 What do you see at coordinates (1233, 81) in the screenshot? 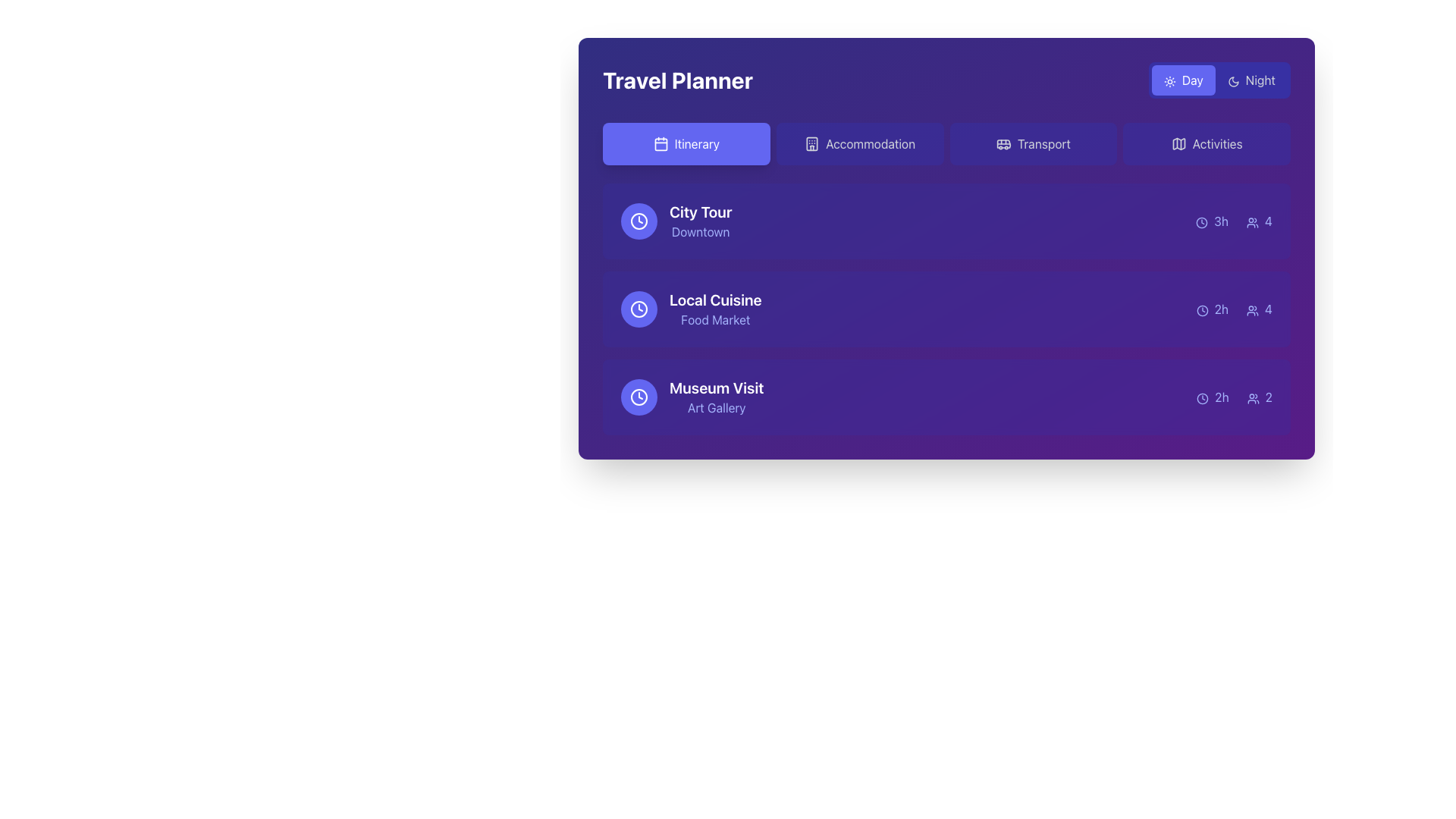
I see `the night mode icon located inside the rectangular button labeled 'Night' in the top-right corner of the main interface` at bounding box center [1233, 81].